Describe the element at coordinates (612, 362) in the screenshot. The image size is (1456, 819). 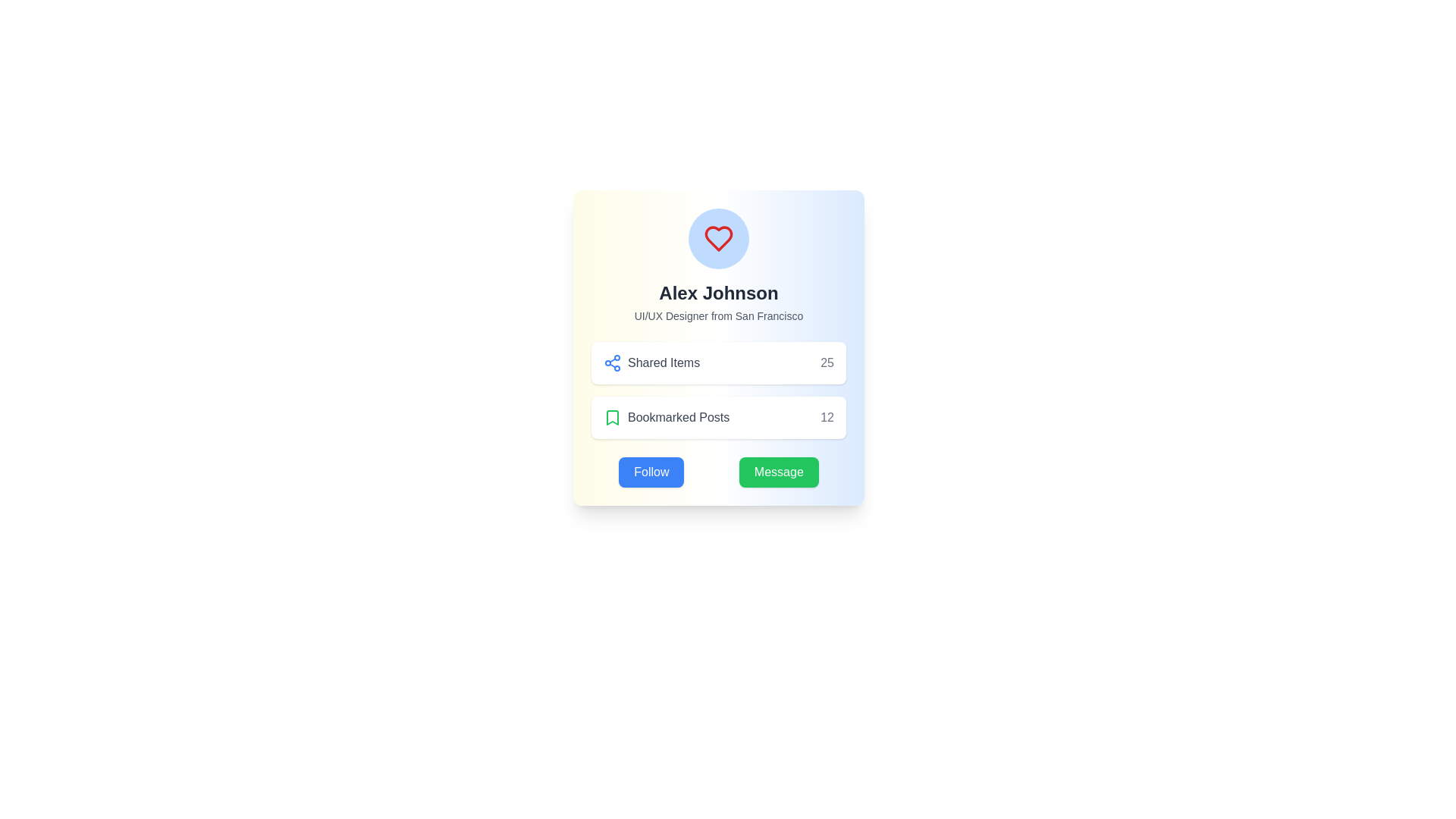
I see `the icon representing shared items, located to the left of the 'Shared Items' text within the card interface` at that location.